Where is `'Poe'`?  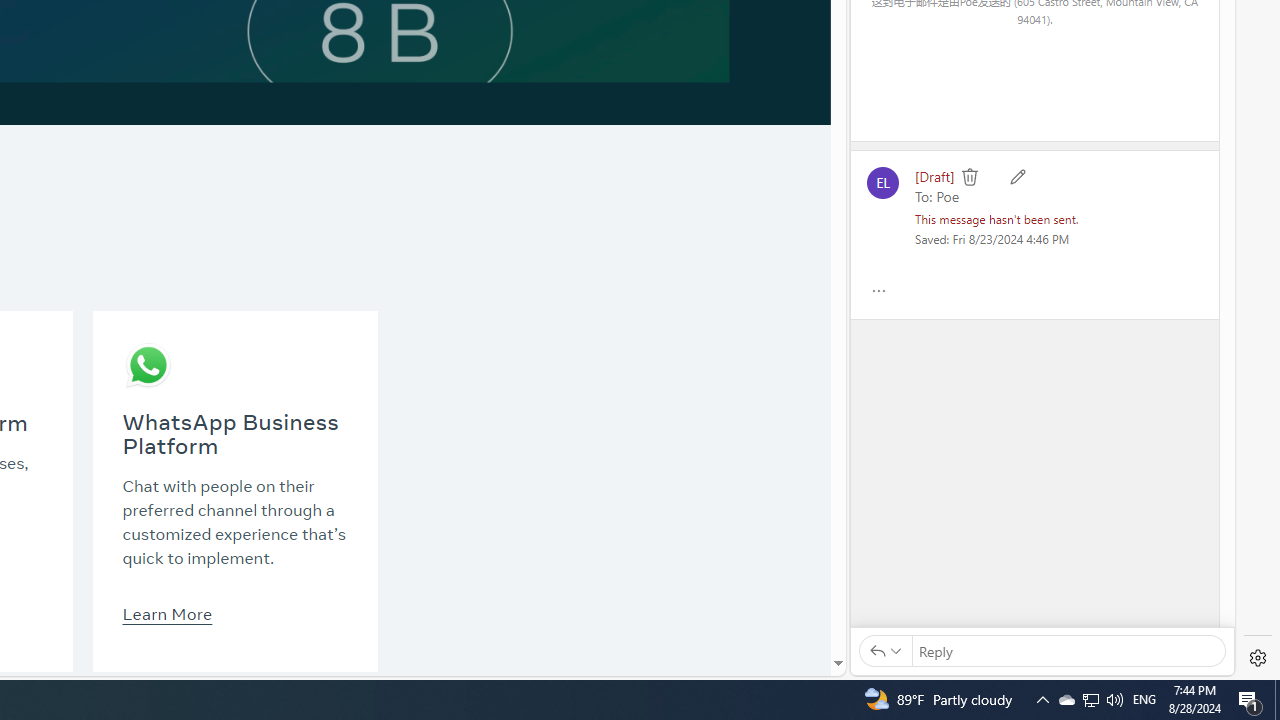
'Poe' is located at coordinates (946, 195).